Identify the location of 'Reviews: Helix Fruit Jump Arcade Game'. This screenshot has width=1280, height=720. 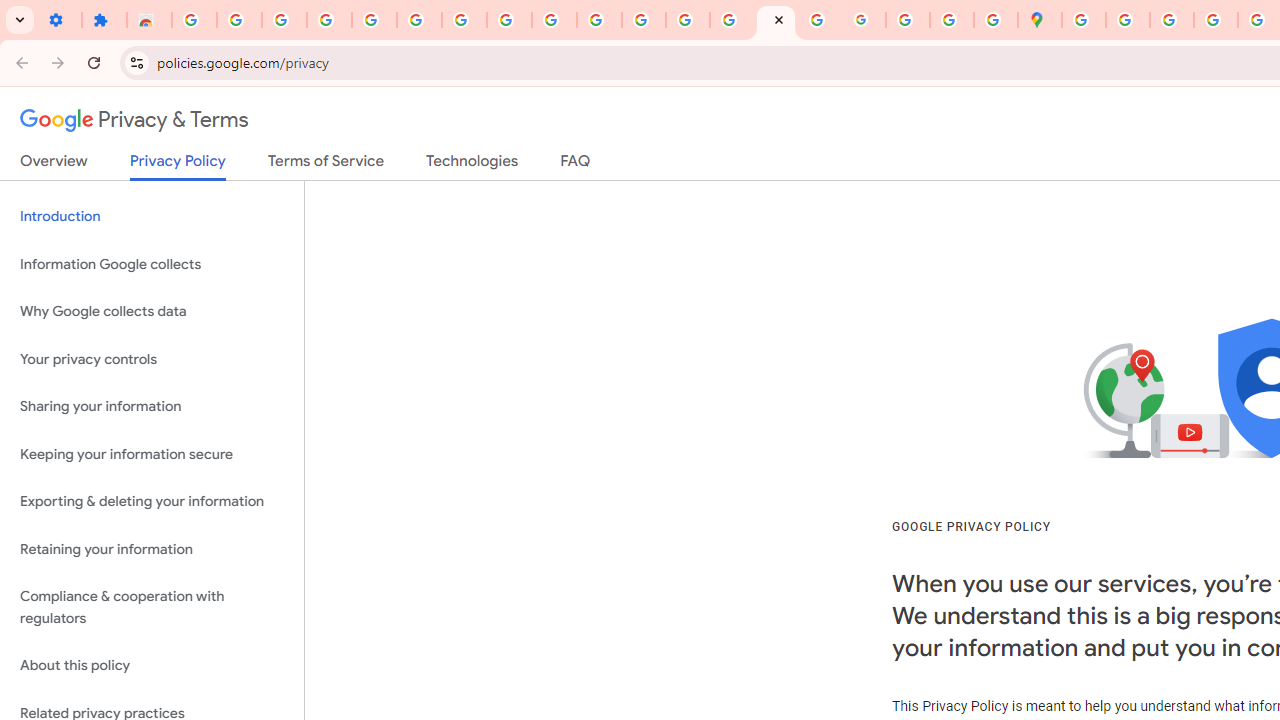
(148, 20).